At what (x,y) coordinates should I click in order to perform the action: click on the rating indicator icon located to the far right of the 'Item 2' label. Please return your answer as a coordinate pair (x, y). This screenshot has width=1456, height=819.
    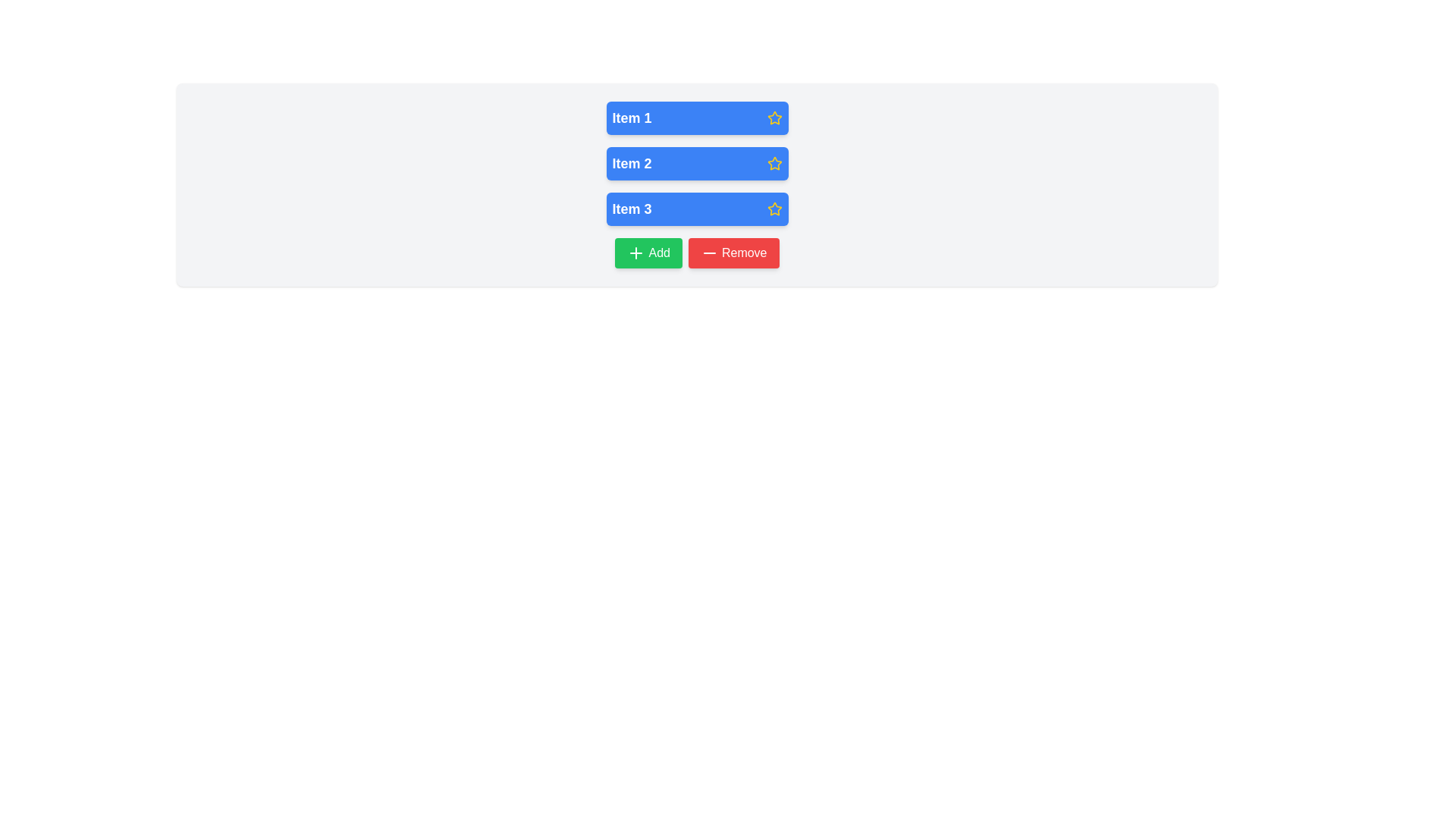
    Looking at the image, I should click on (774, 164).